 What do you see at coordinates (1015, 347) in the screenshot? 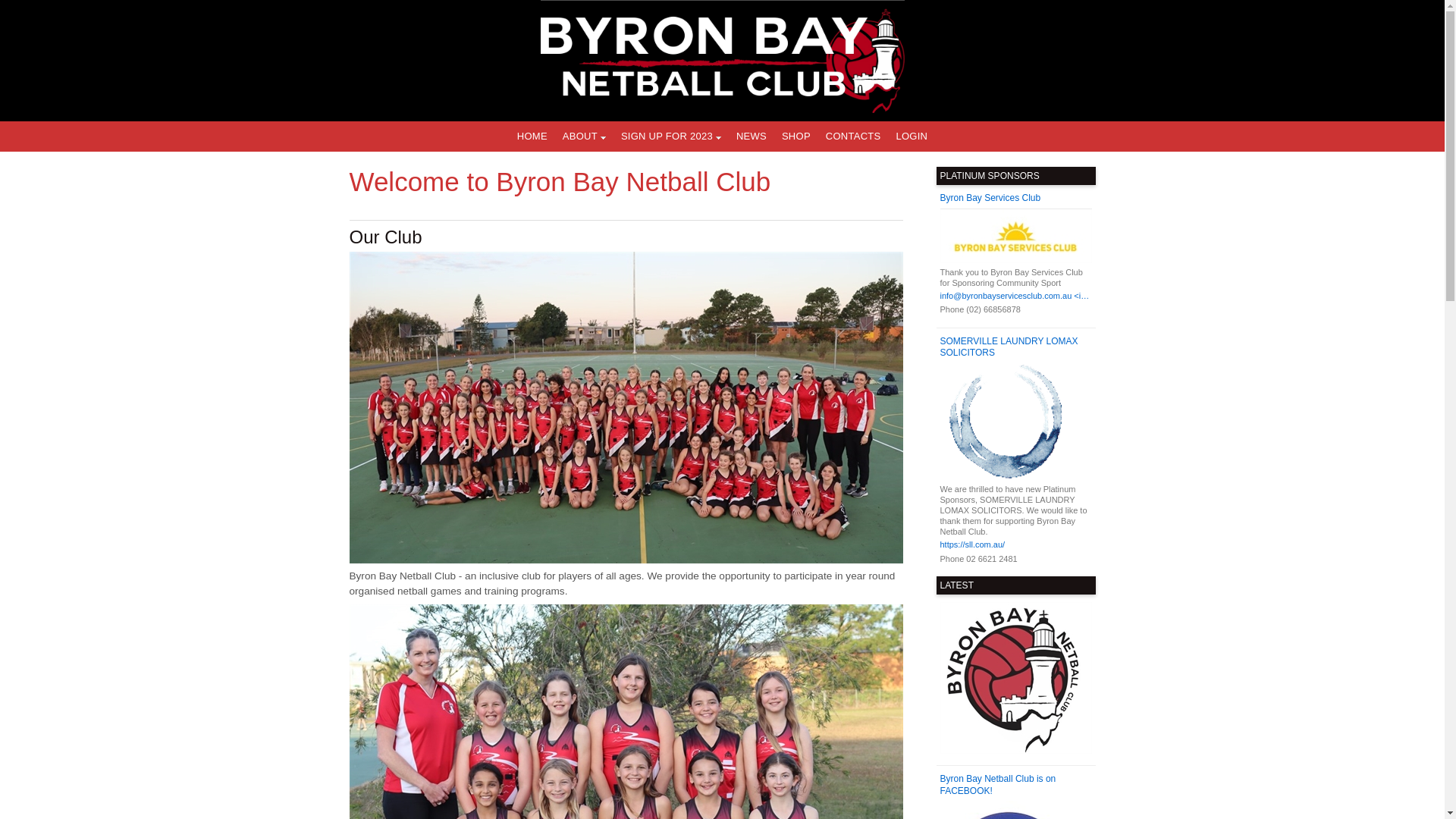
I see `'SOMERVILLE LAUNDRY LOMAX SOLICITORS'` at bounding box center [1015, 347].